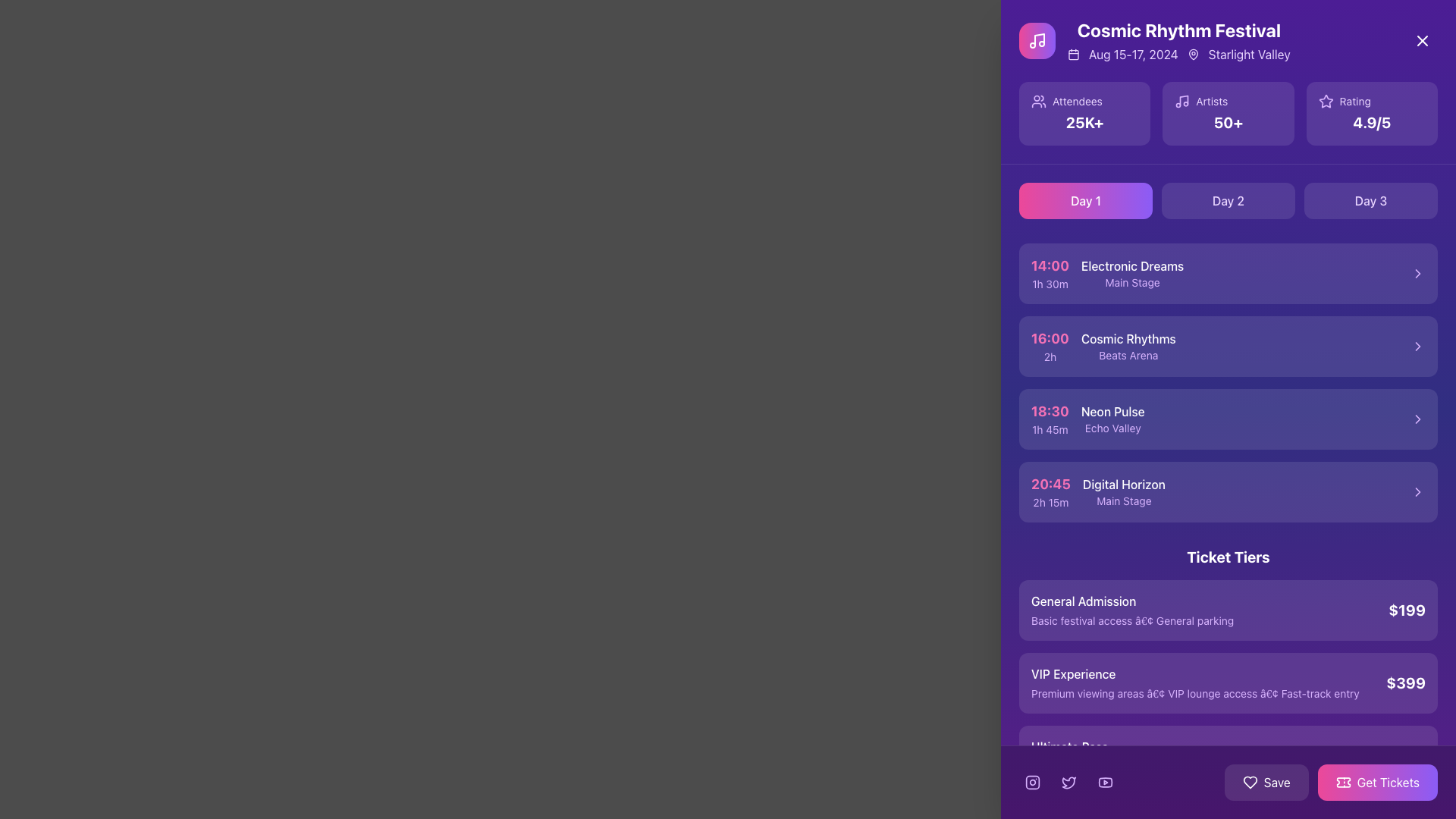  Describe the element at coordinates (1049, 430) in the screenshot. I see `the text label displaying '1h 45m' in purple, located below the bold pink '18:30' time label in the '18:30 Neon Pulse Echo Valley' event listing` at that location.